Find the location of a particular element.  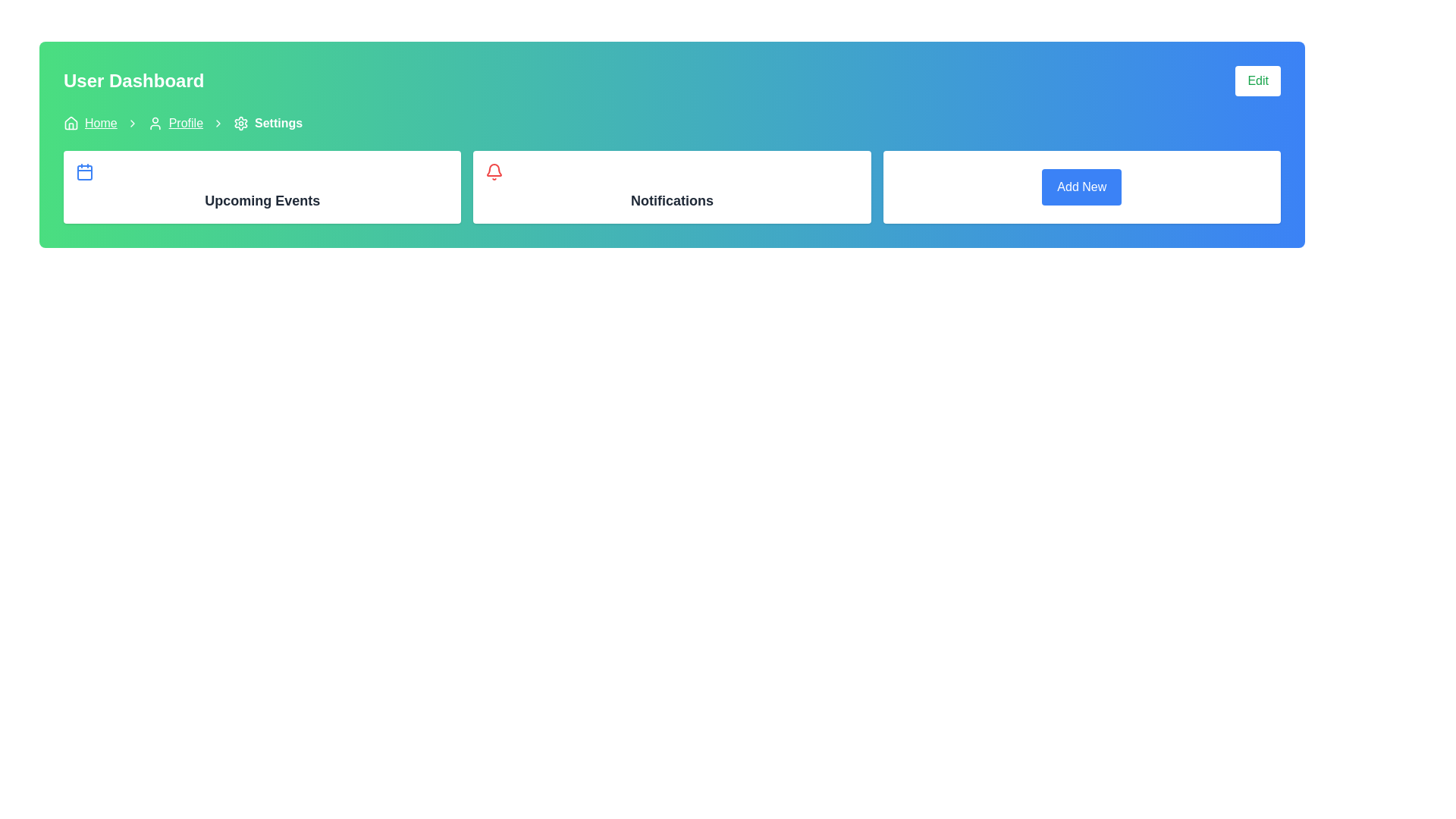

the 'Profile' text link, which is underlined and styled for interactivity, located in the navigation bar to the right of the user icon is located at coordinates (185, 122).